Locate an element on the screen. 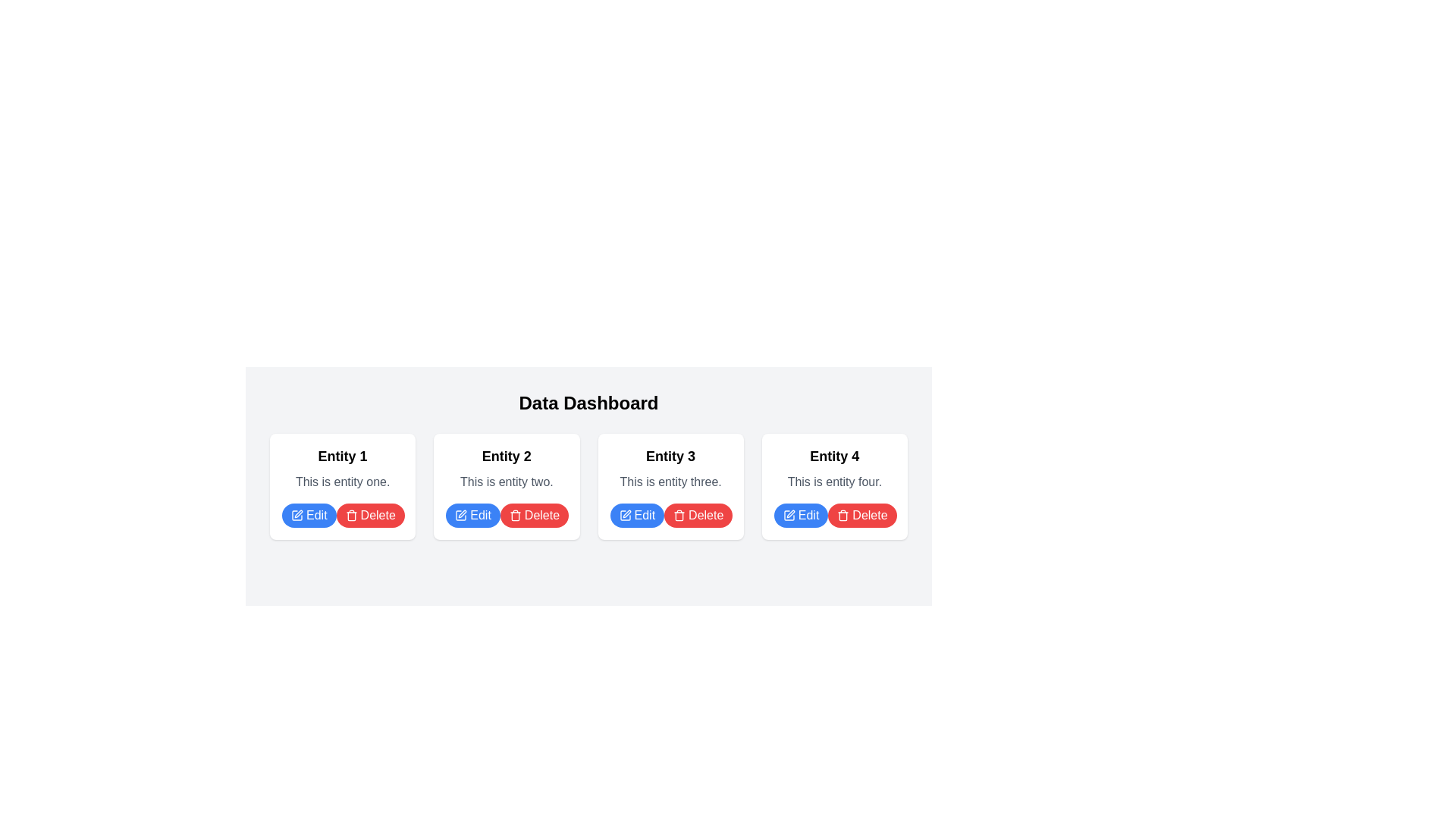 The image size is (1456, 819). the delete button icon located at the bottom of the card titled 'Entity 1' is located at coordinates (350, 514).